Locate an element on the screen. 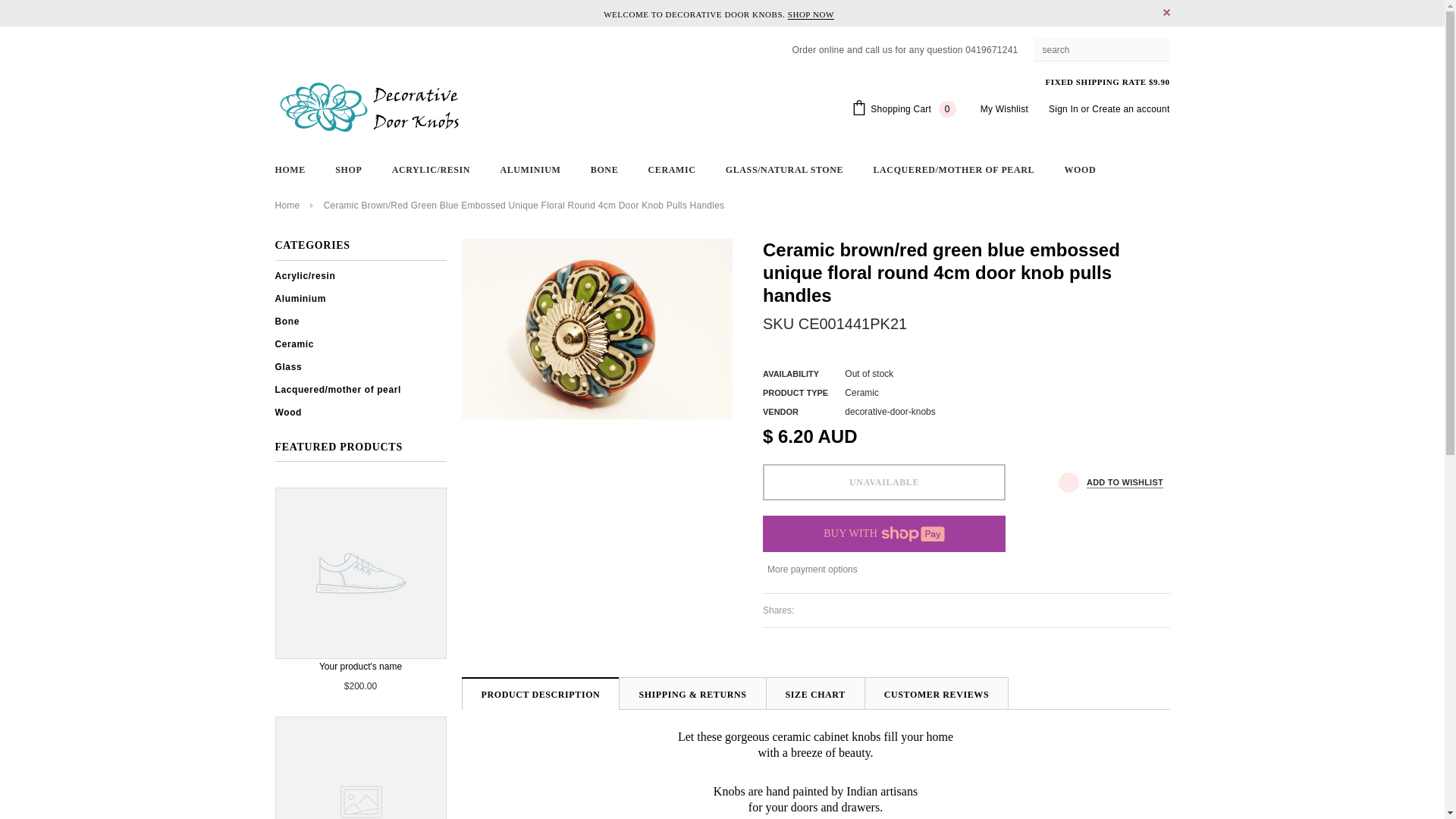 This screenshot has height=819, width=1456. 'Home' is located at coordinates (287, 205).